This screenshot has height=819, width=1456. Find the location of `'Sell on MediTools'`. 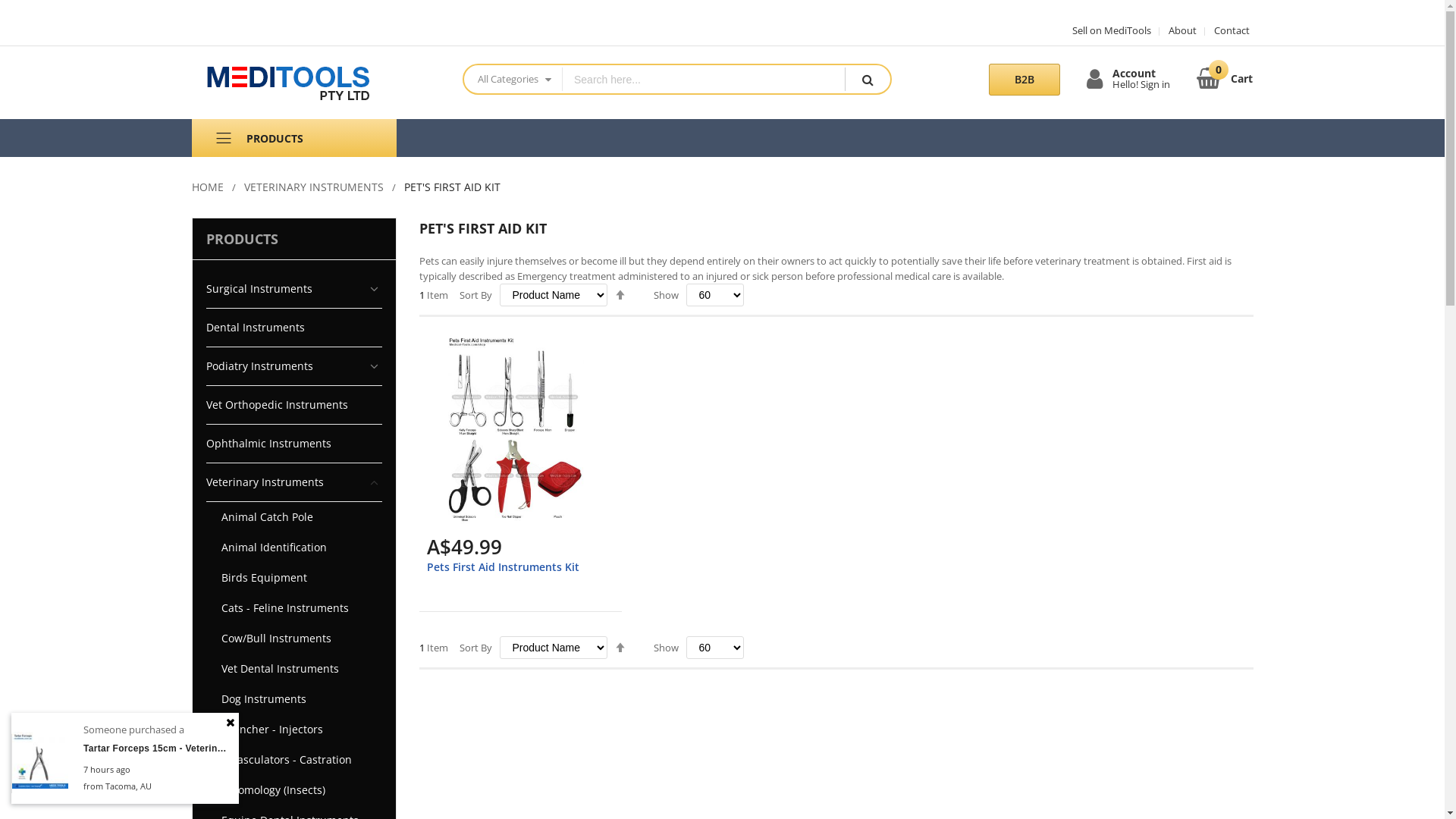

'Sell on MediTools' is located at coordinates (1110, 30).